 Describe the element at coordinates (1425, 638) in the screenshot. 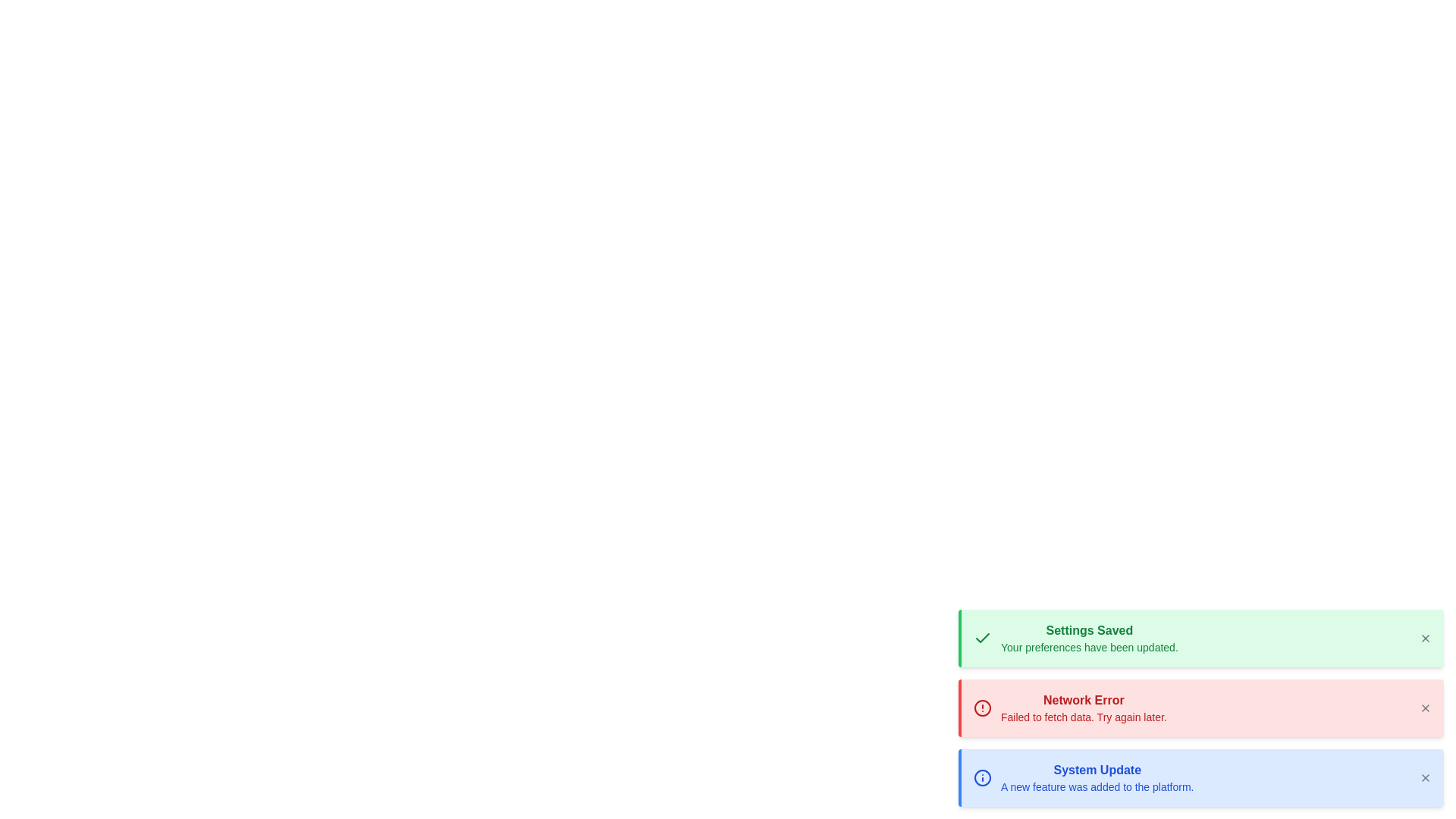

I see `the close icon button, which is a small 'X' symbol located at the far right of the green notification box indicating that the settings have been saved` at that location.